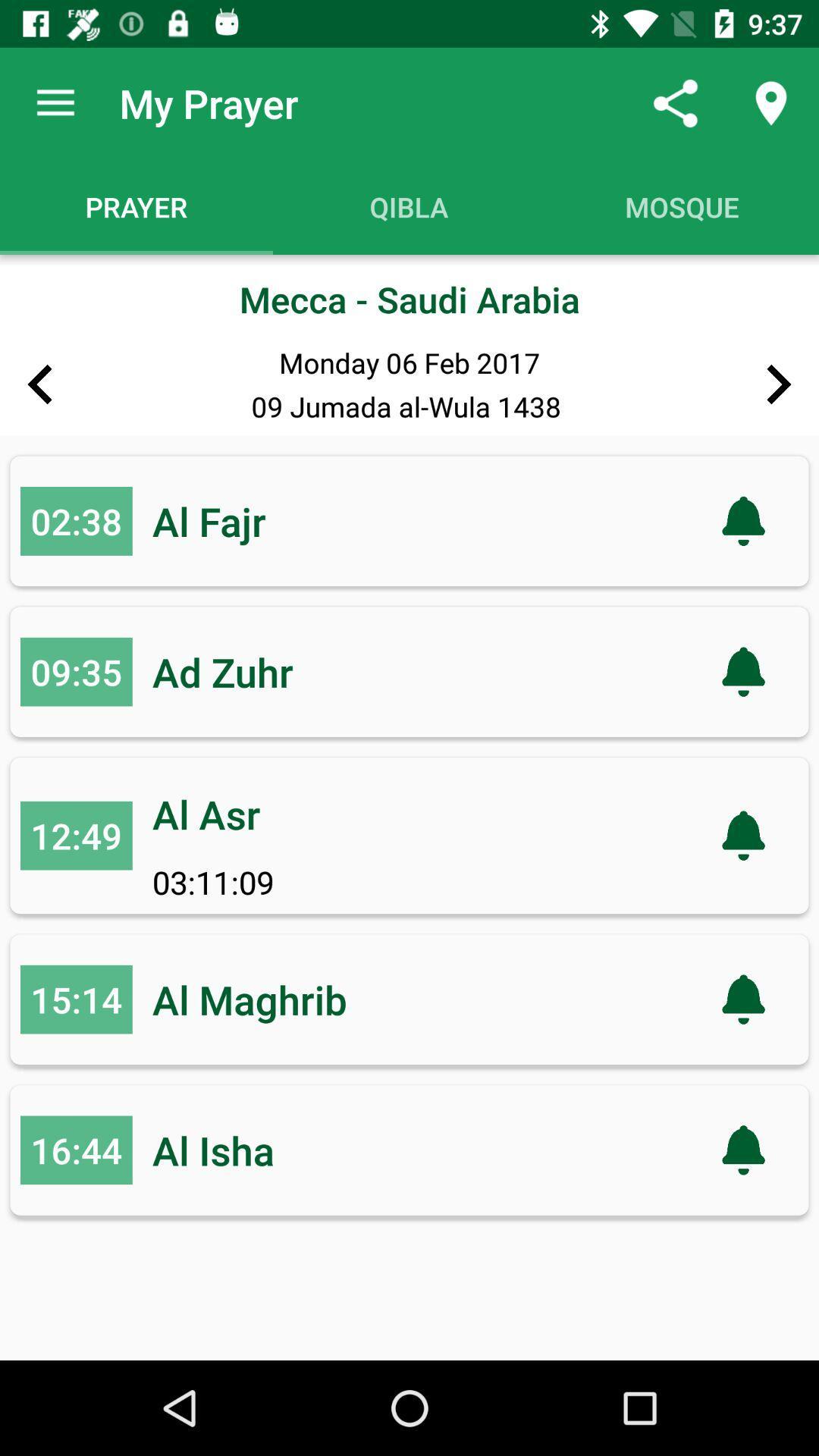 The height and width of the screenshot is (1456, 819). What do you see at coordinates (76, 1150) in the screenshot?
I see `16:44` at bounding box center [76, 1150].